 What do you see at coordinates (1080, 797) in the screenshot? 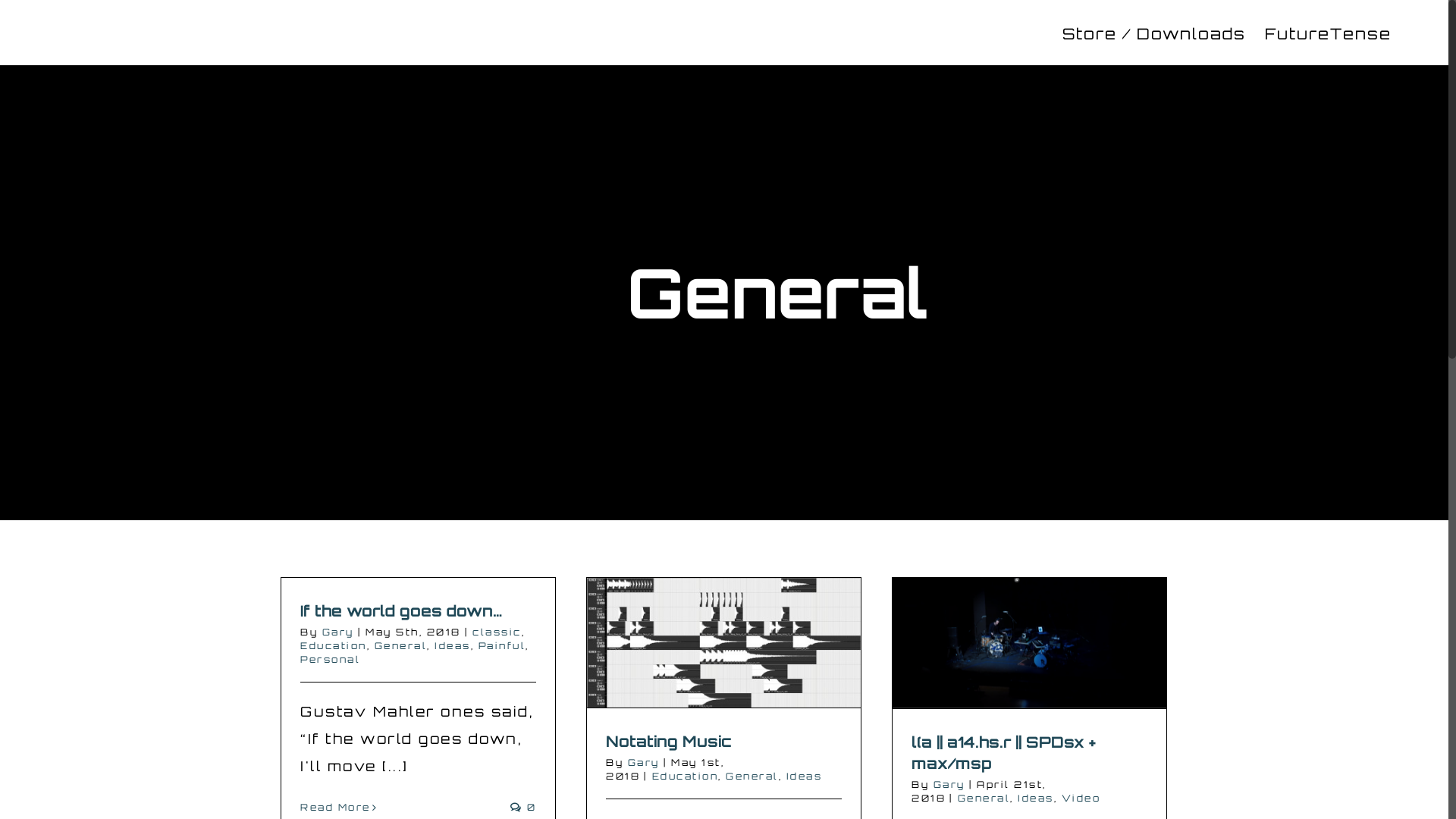
I see `'Video'` at bounding box center [1080, 797].